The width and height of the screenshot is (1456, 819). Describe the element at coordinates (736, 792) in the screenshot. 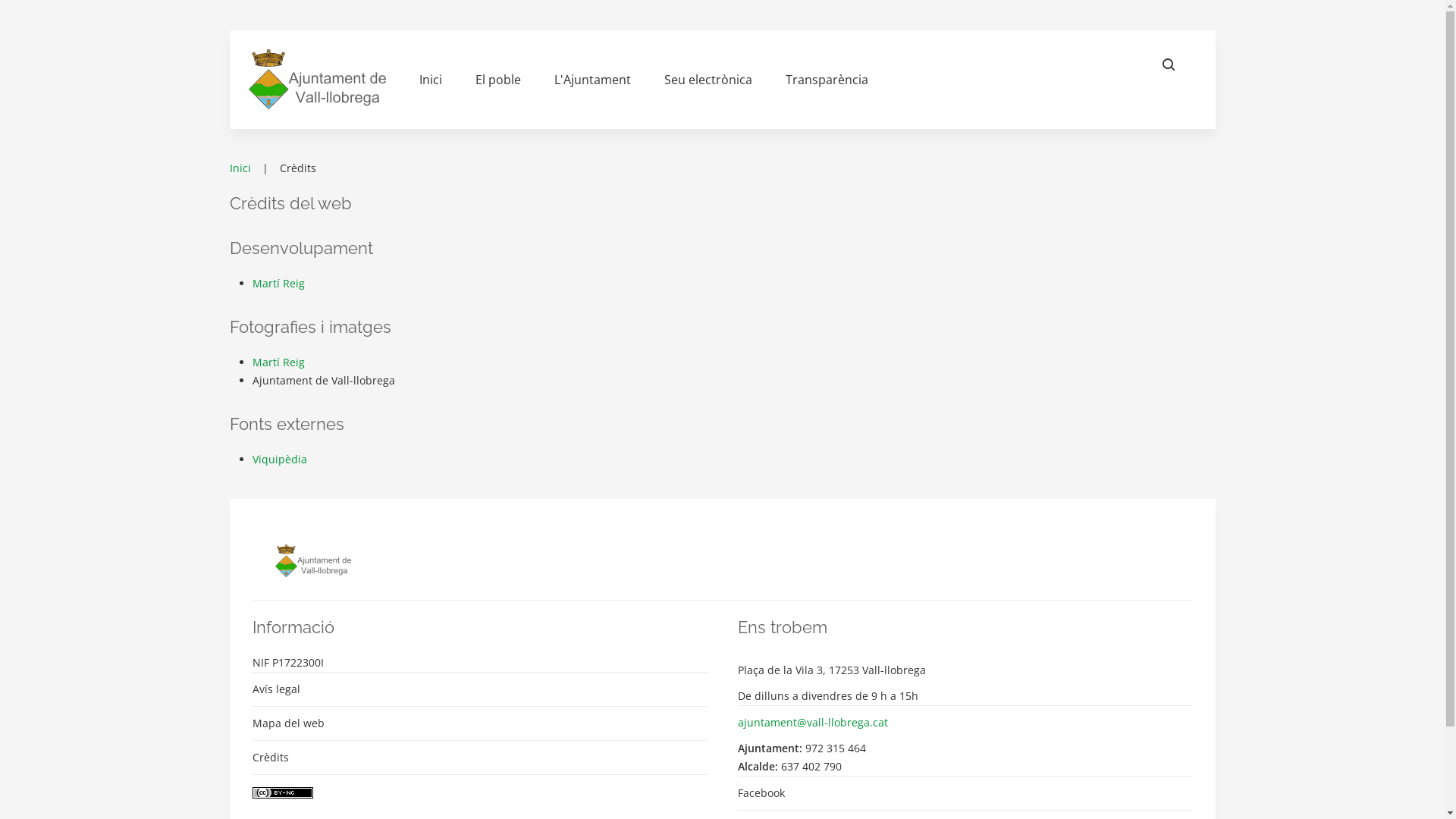

I see `'Facebook'` at that location.